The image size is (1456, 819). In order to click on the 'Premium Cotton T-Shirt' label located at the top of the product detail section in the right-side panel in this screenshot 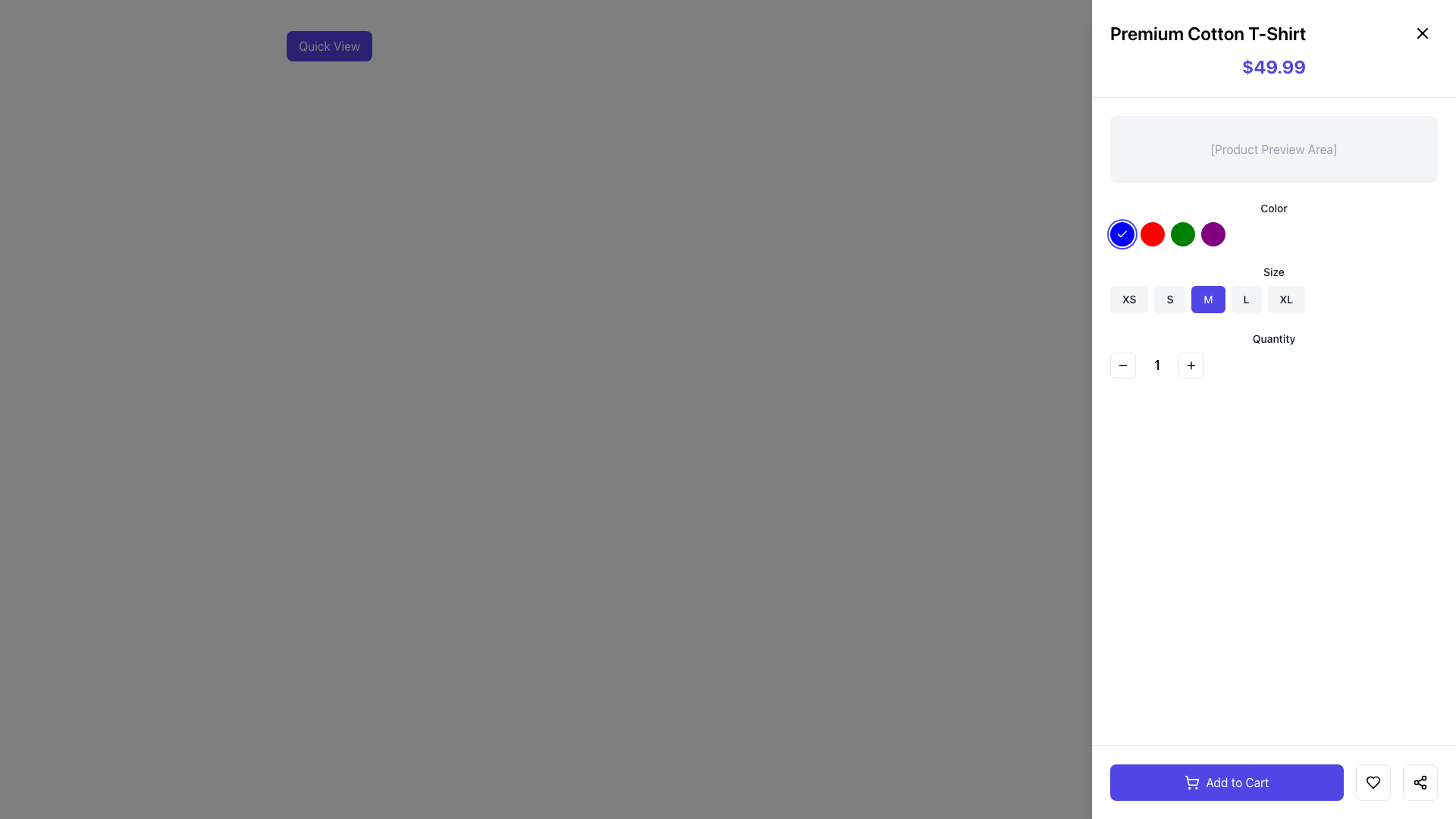, I will do `click(1274, 33)`.